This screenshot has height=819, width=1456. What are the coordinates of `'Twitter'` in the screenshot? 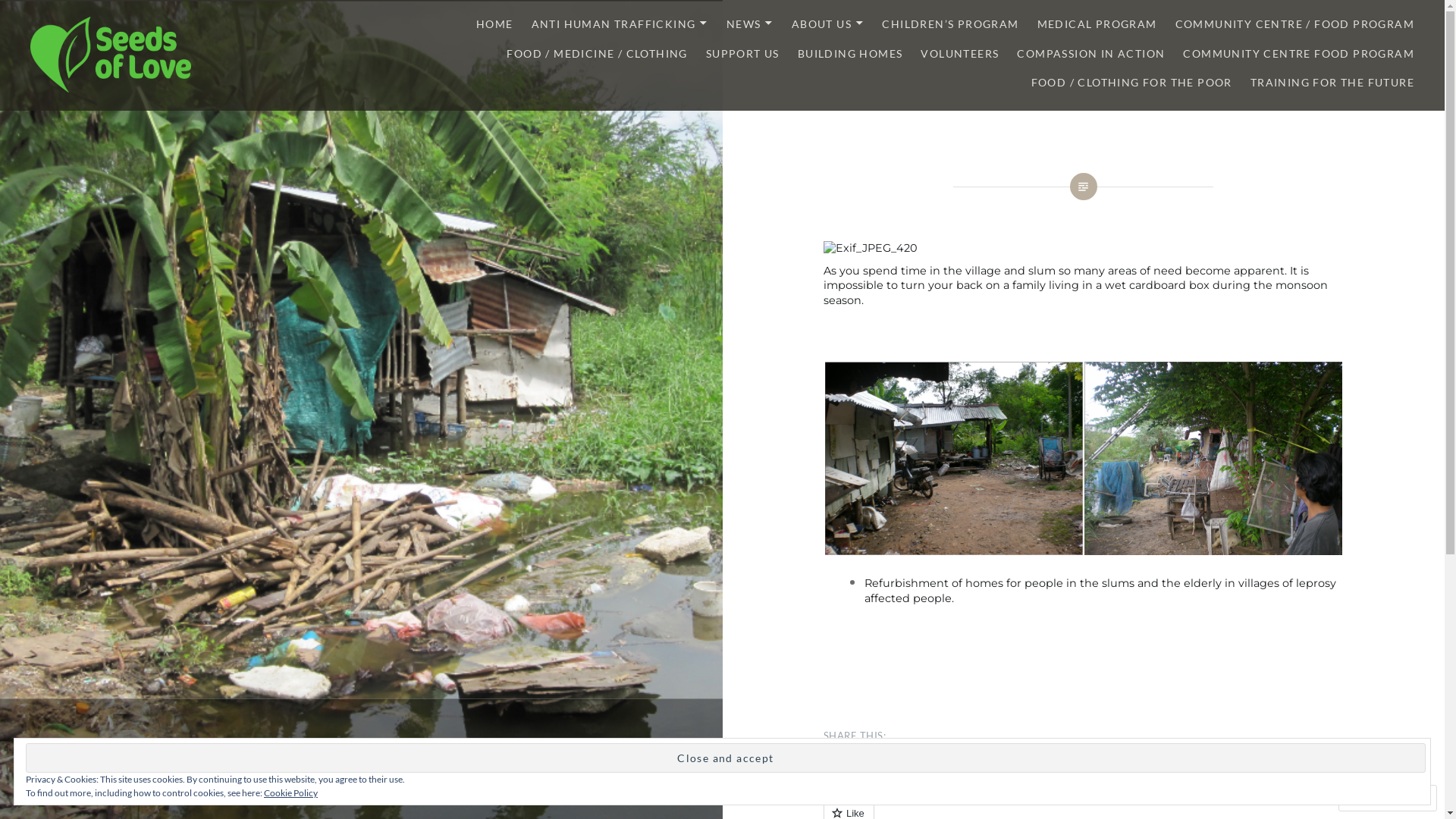 It's located at (822, 765).